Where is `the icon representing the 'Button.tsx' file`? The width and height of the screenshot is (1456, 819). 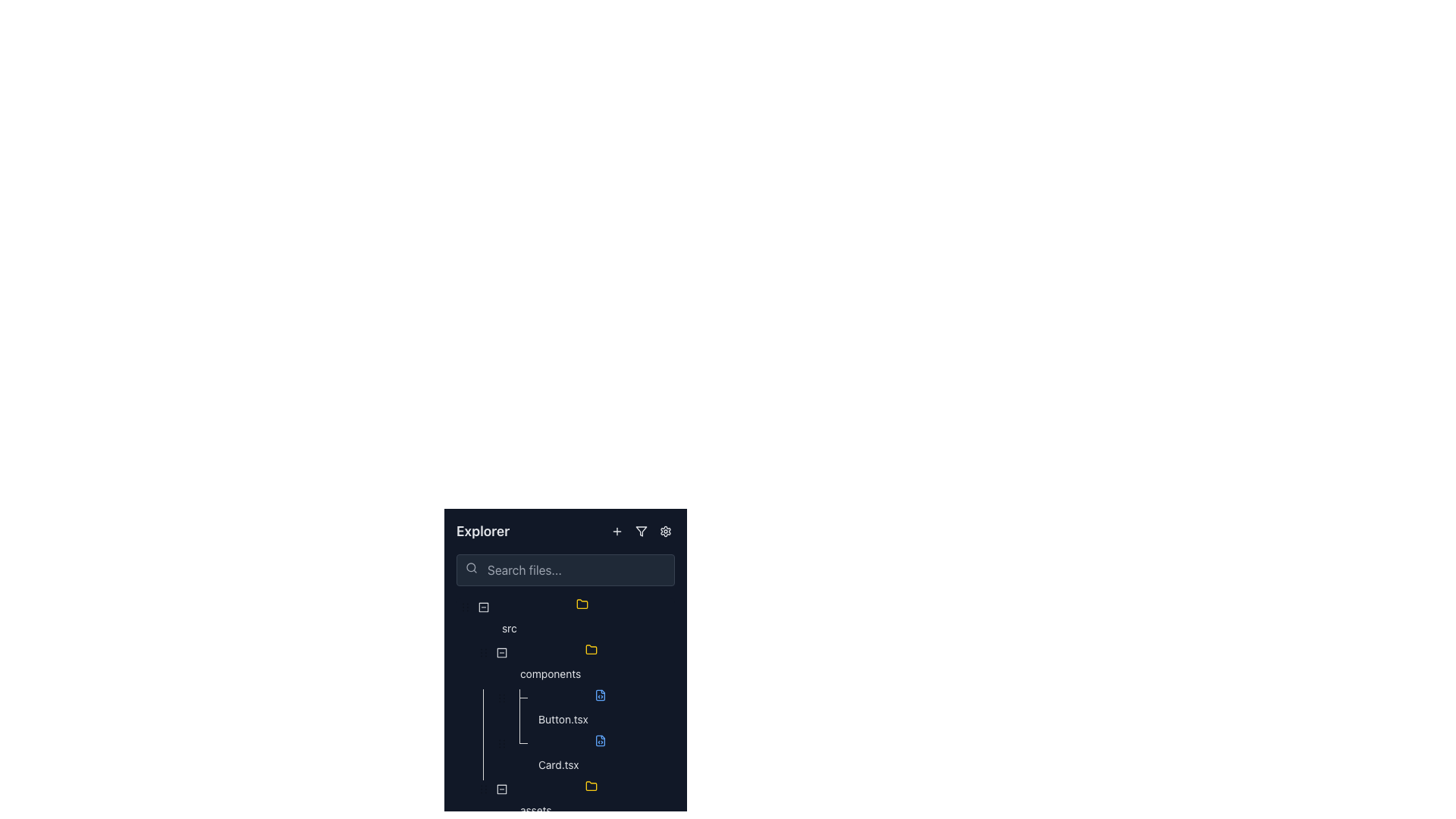 the icon representing the 'Button.tsx' file is located at coordinates (603, 698).